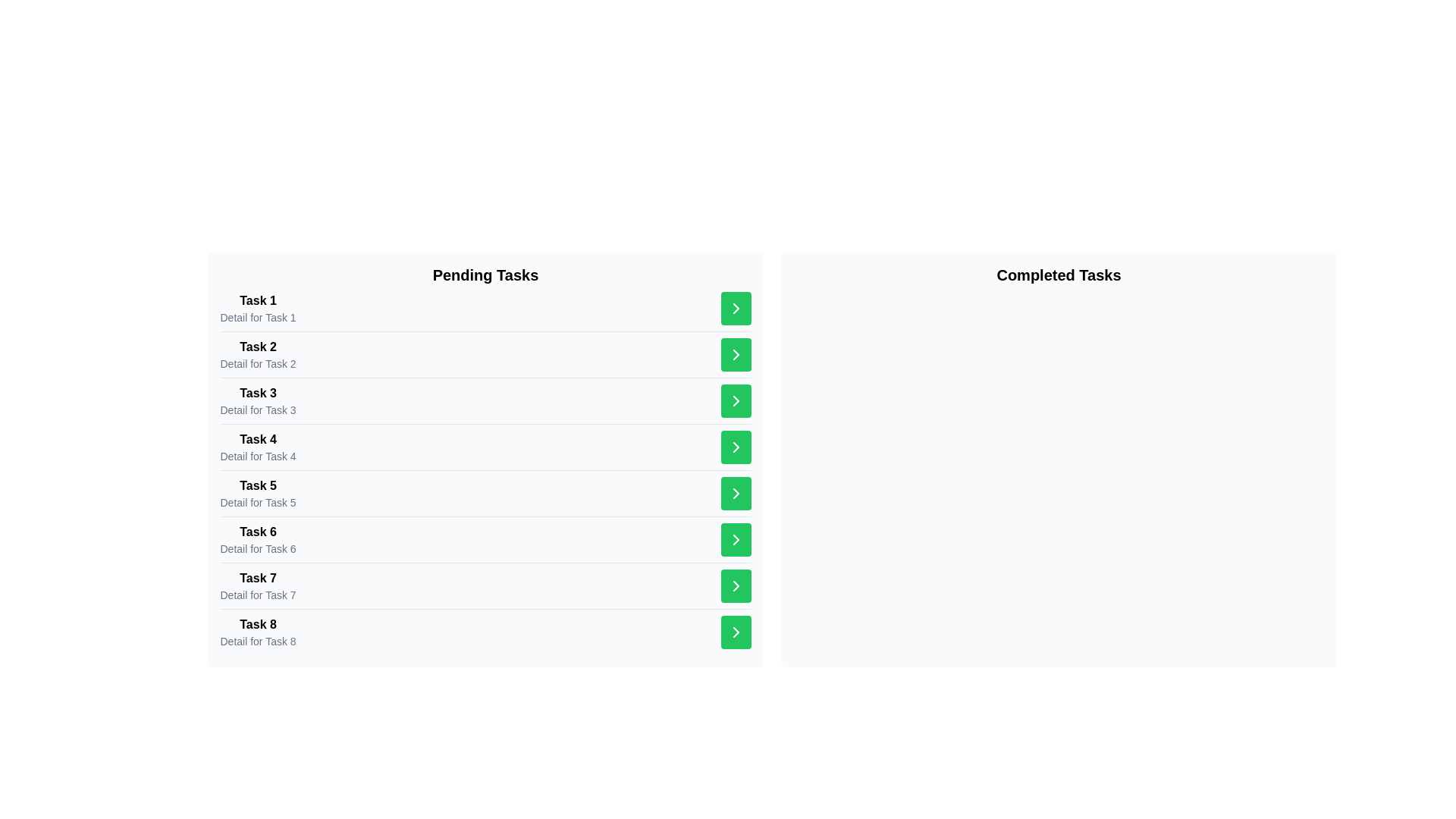  I want to click on the green rectangular button with rounded corners featuring a right-pointing arrow icon, located in the 'Pending Tasks' section under 'Task 5 Detail for Task 5', so click(736, 494).